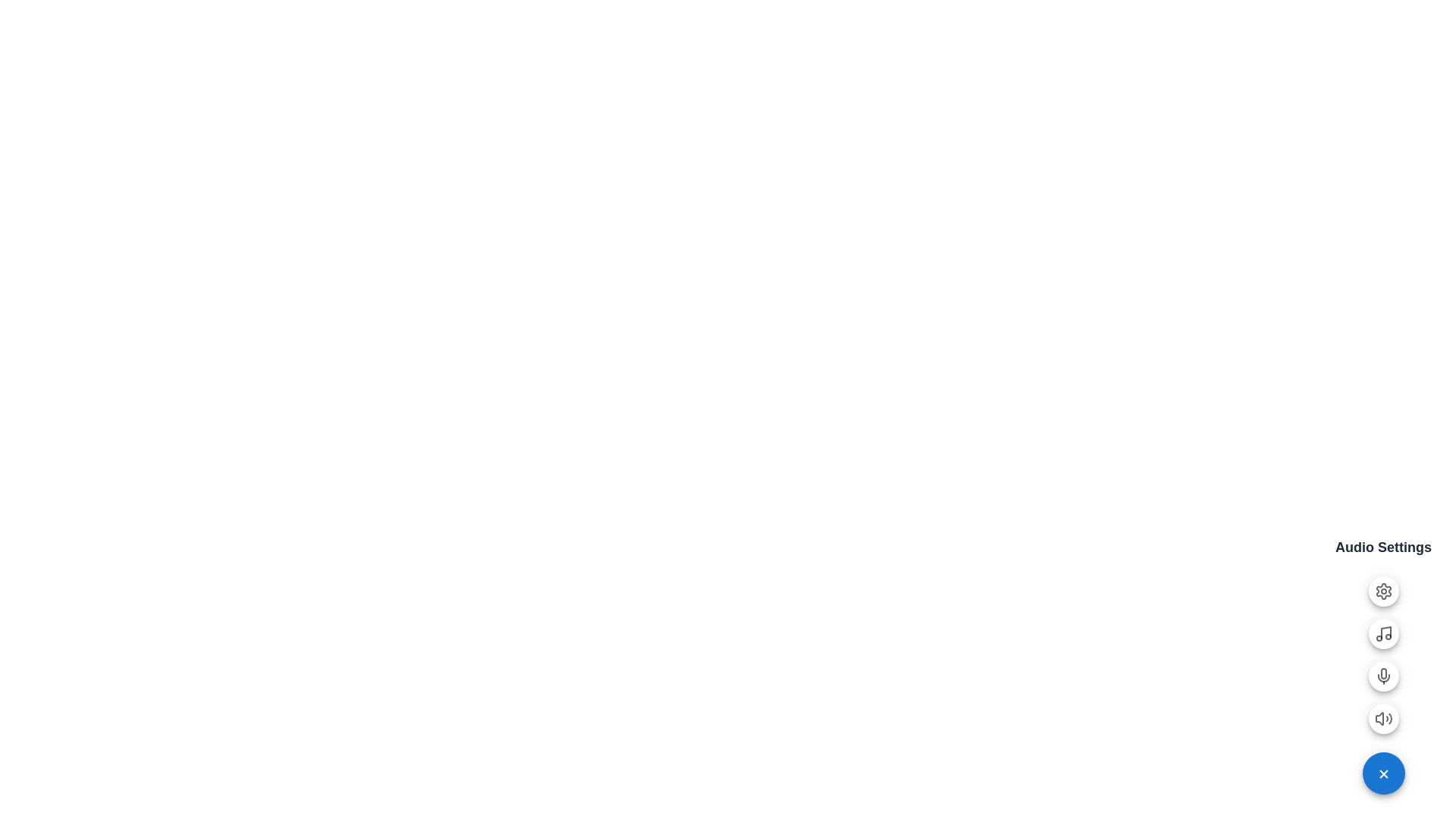 Image resolution: width=1456 pixels, height=819 pixels. Describe the element at coordinates (1383, 590) in the screenshot. I see `the topmost circular button in the vertical toolbar on the right-hand side of the interface` at that location.